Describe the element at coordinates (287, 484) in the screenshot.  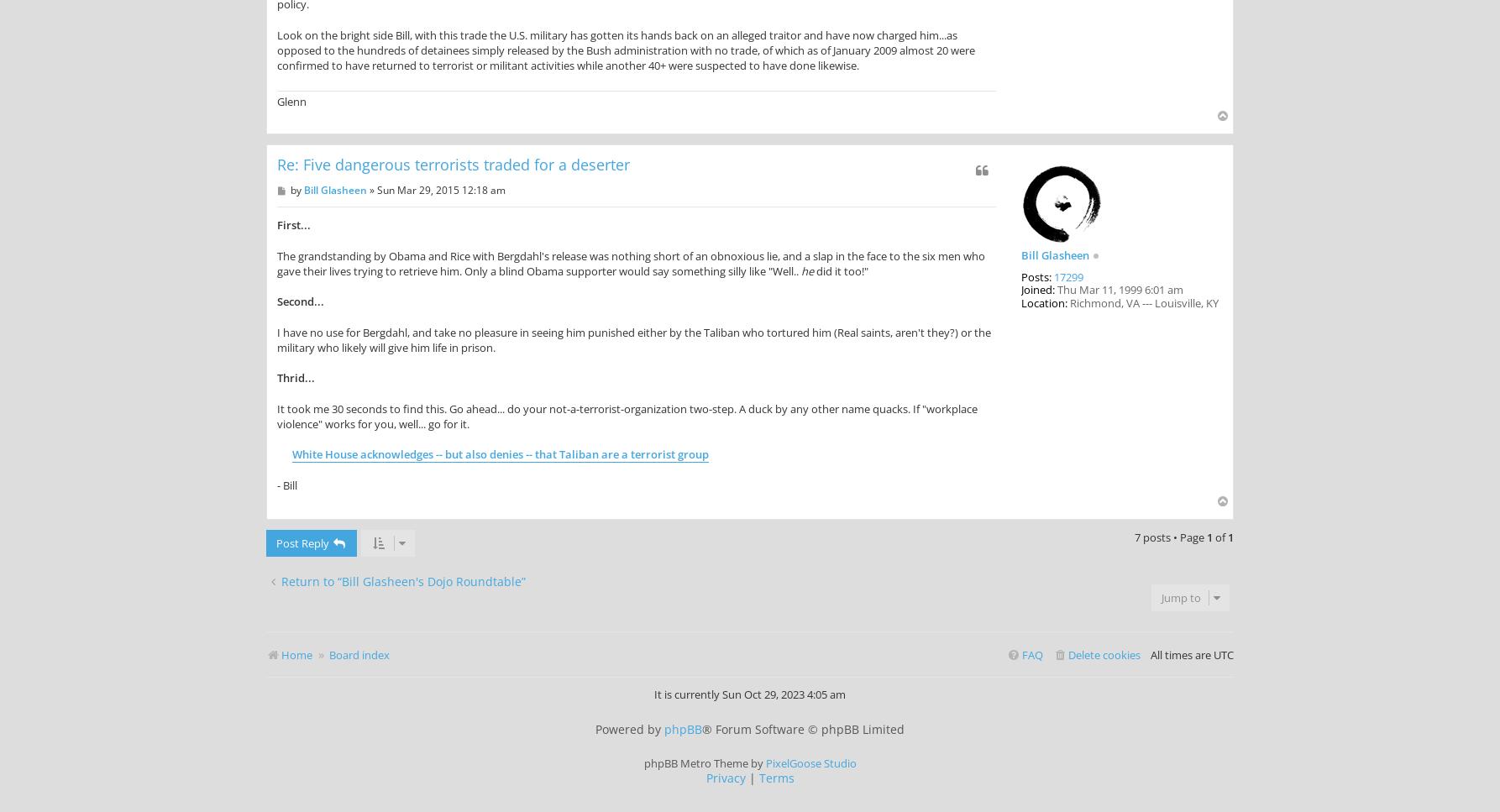
I see `'- Bill'` at that location.